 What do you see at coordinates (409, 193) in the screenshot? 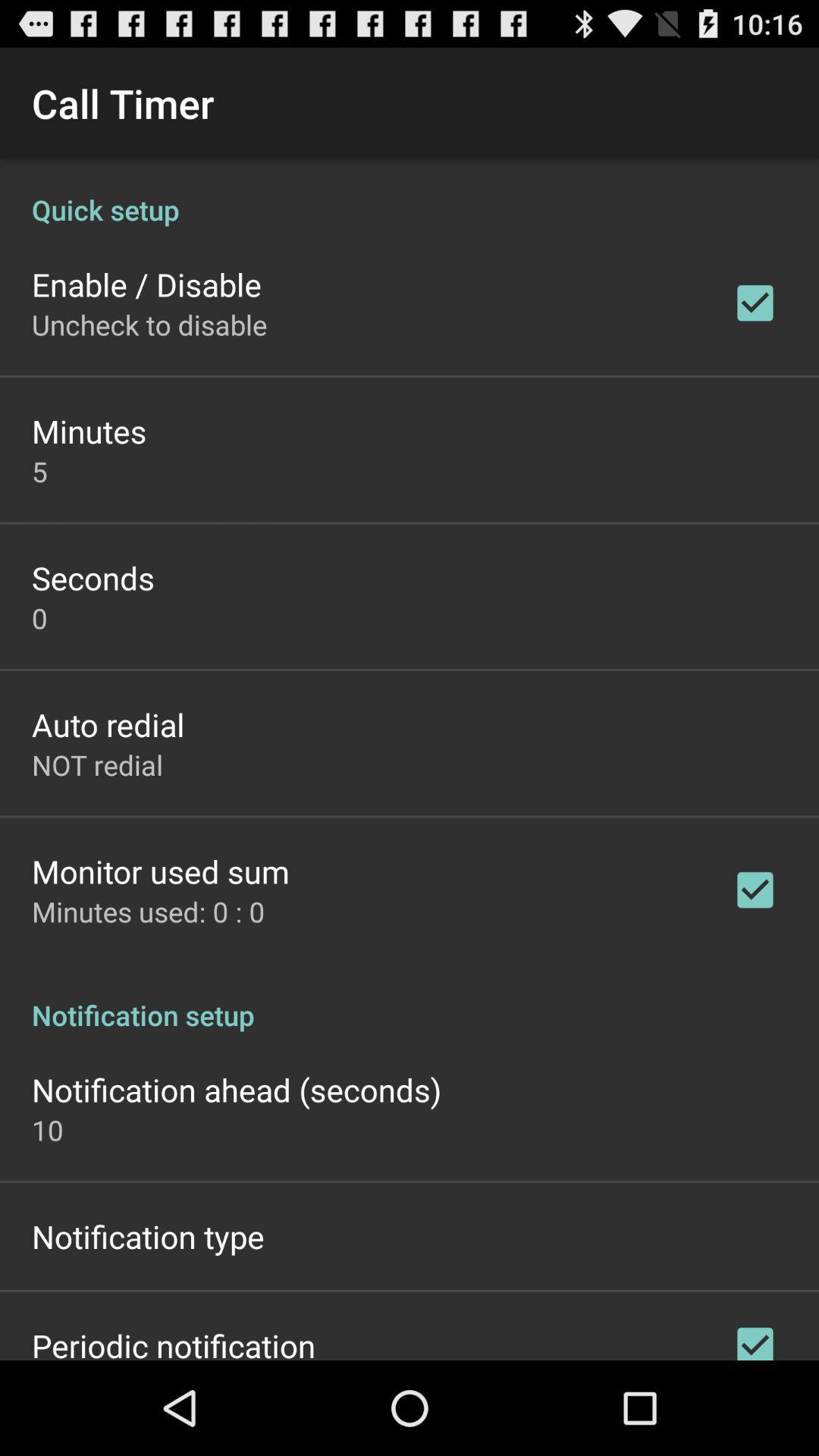
I see `icon below the call timer app` at bounding box center [409, 193].